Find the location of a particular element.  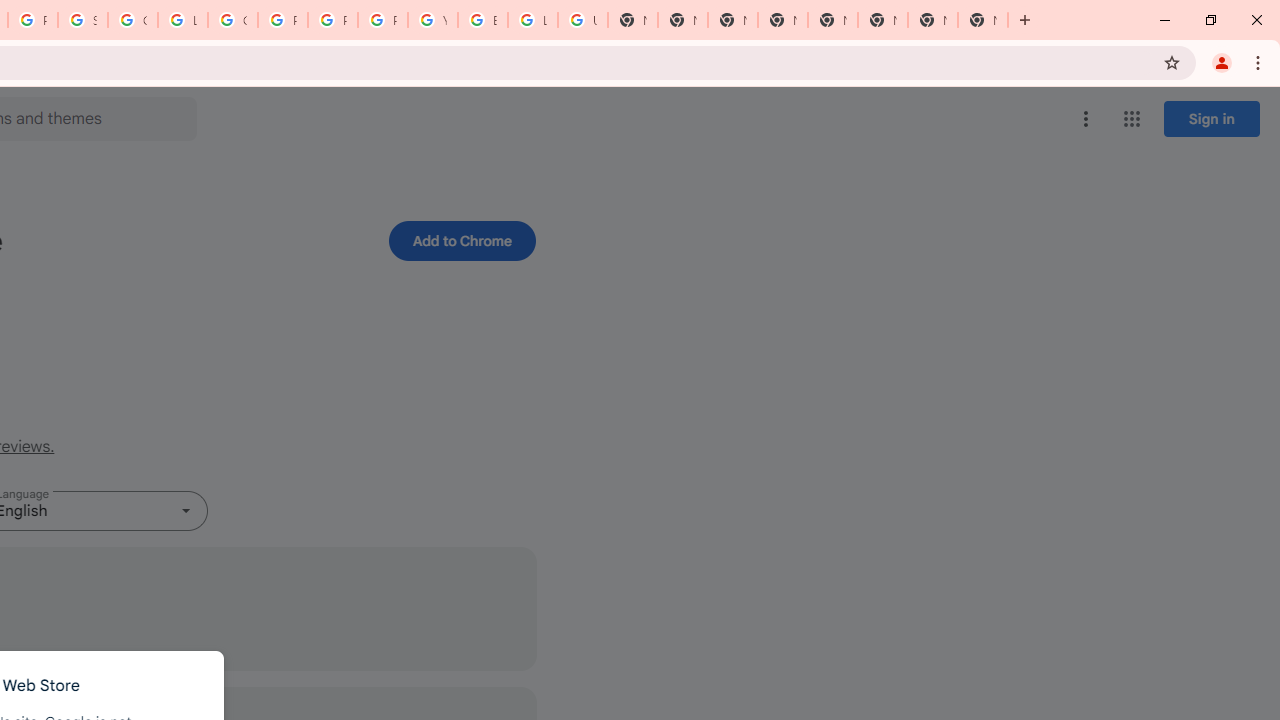

'Privacy Help Center - Policies Help' is located at coordinates (282, 20).